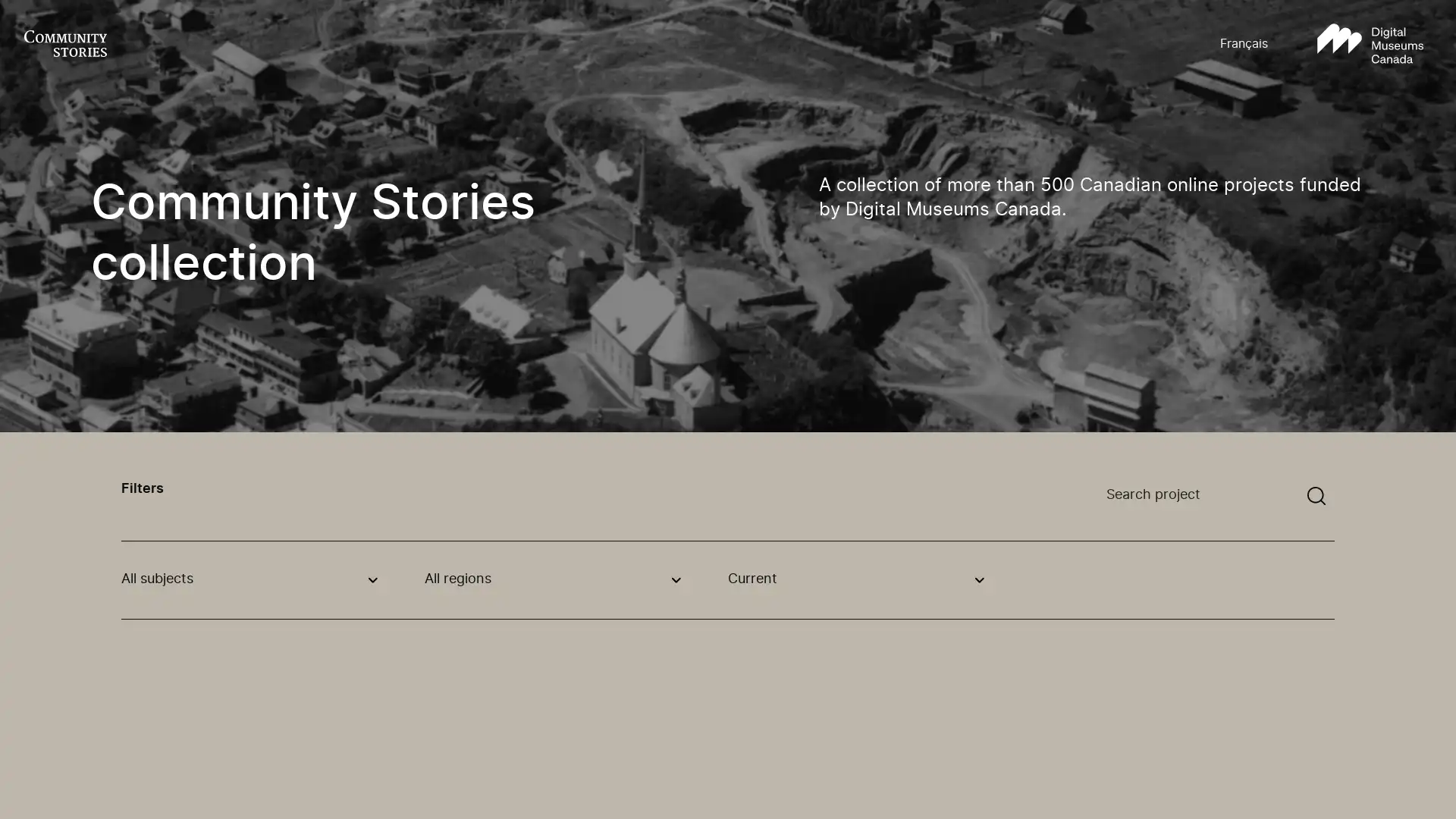 The height and width of the screenshot is (819, 1456). Describe the element at coordinates (1316, 496) in the screenshot. I see `Submit` at that location.